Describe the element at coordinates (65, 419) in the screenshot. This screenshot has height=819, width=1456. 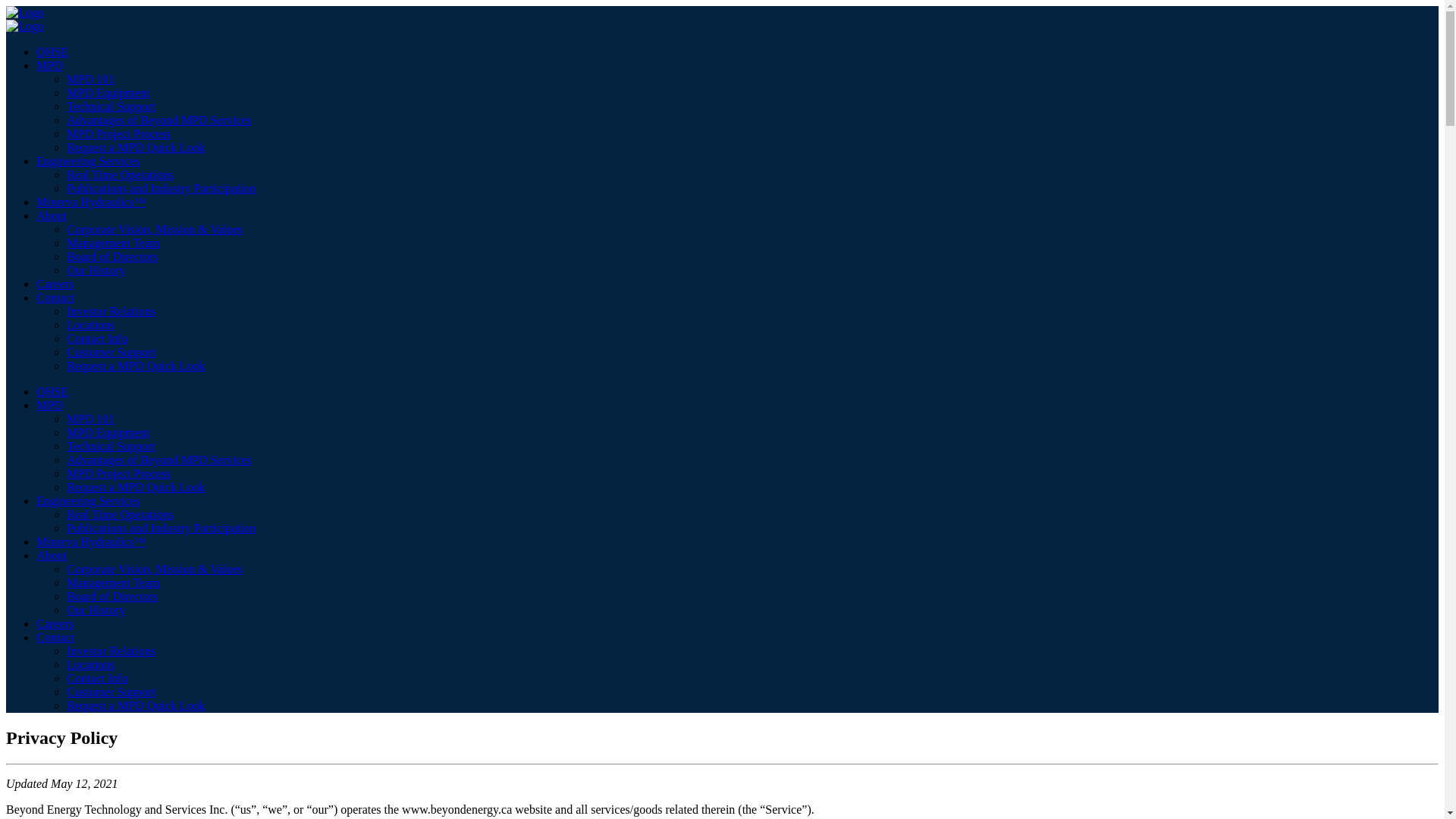
I see `'MPD 101'` at that location.